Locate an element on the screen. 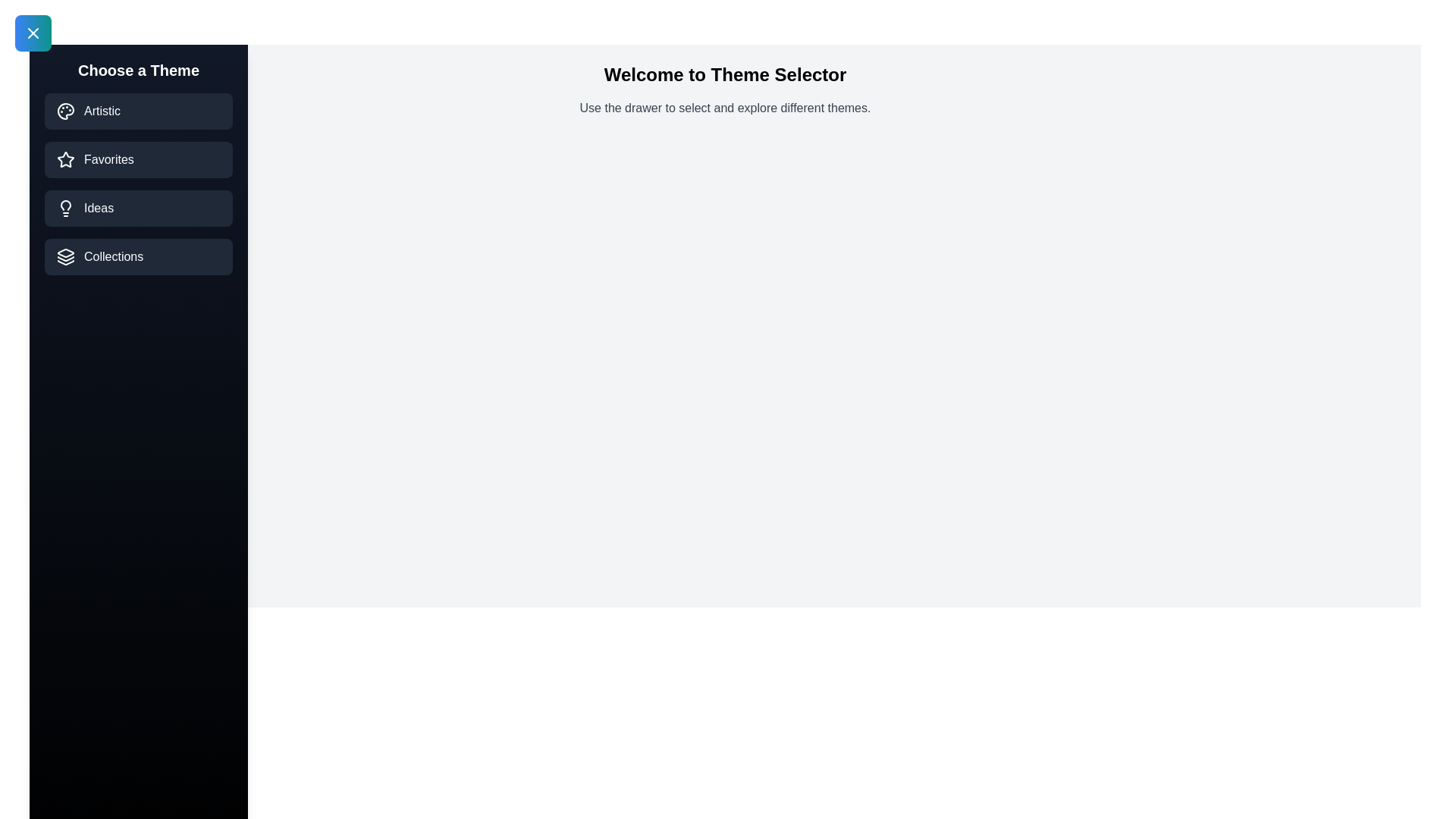  the toggle button to open or close the drawer is located at coordinates (33, 33).